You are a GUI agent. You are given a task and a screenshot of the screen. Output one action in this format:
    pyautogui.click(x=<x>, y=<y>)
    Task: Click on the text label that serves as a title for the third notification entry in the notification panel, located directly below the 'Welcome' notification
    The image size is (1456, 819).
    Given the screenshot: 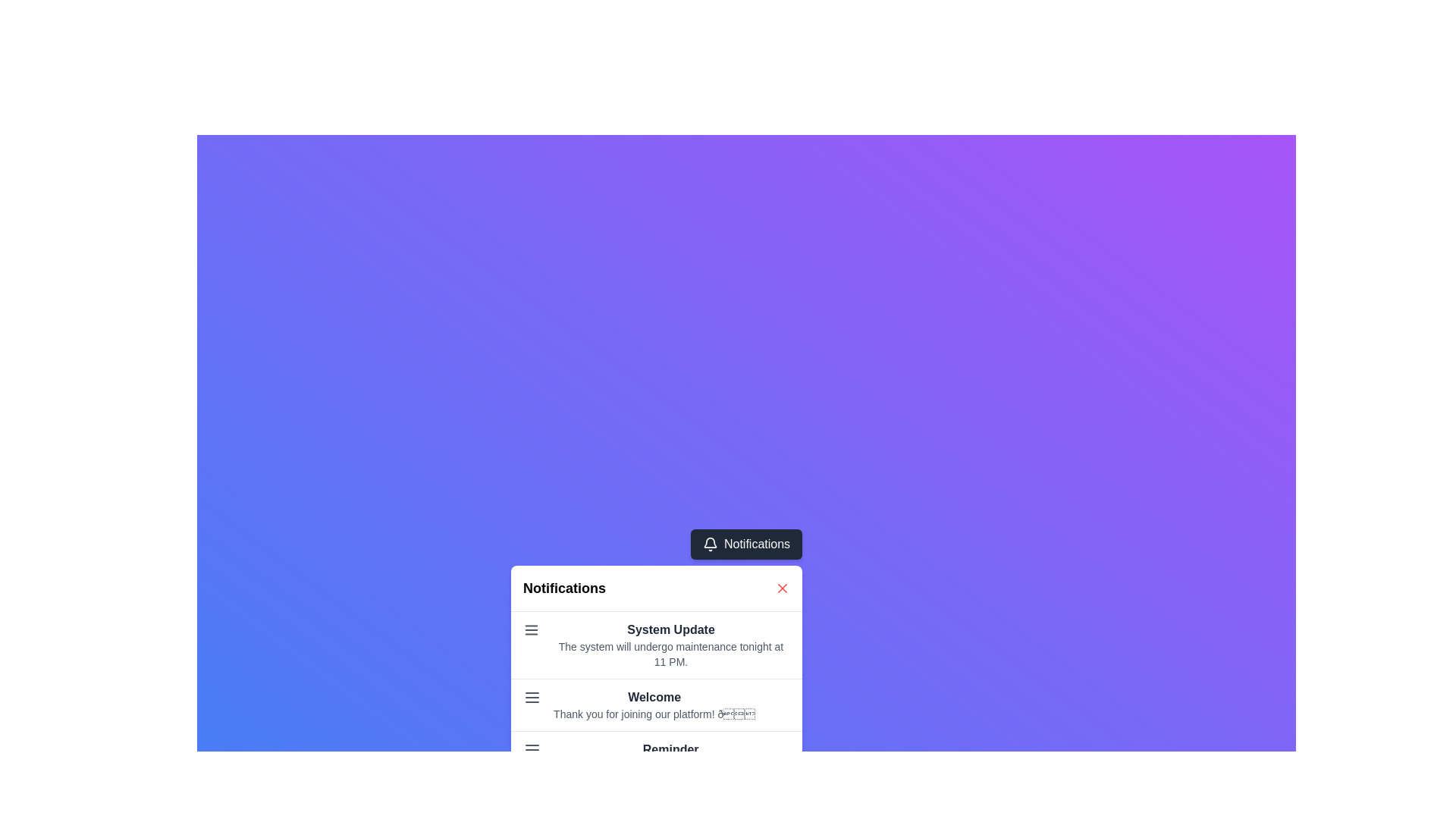 What is the action you would take?
    pyautogui.click(x=670, y=748)
    